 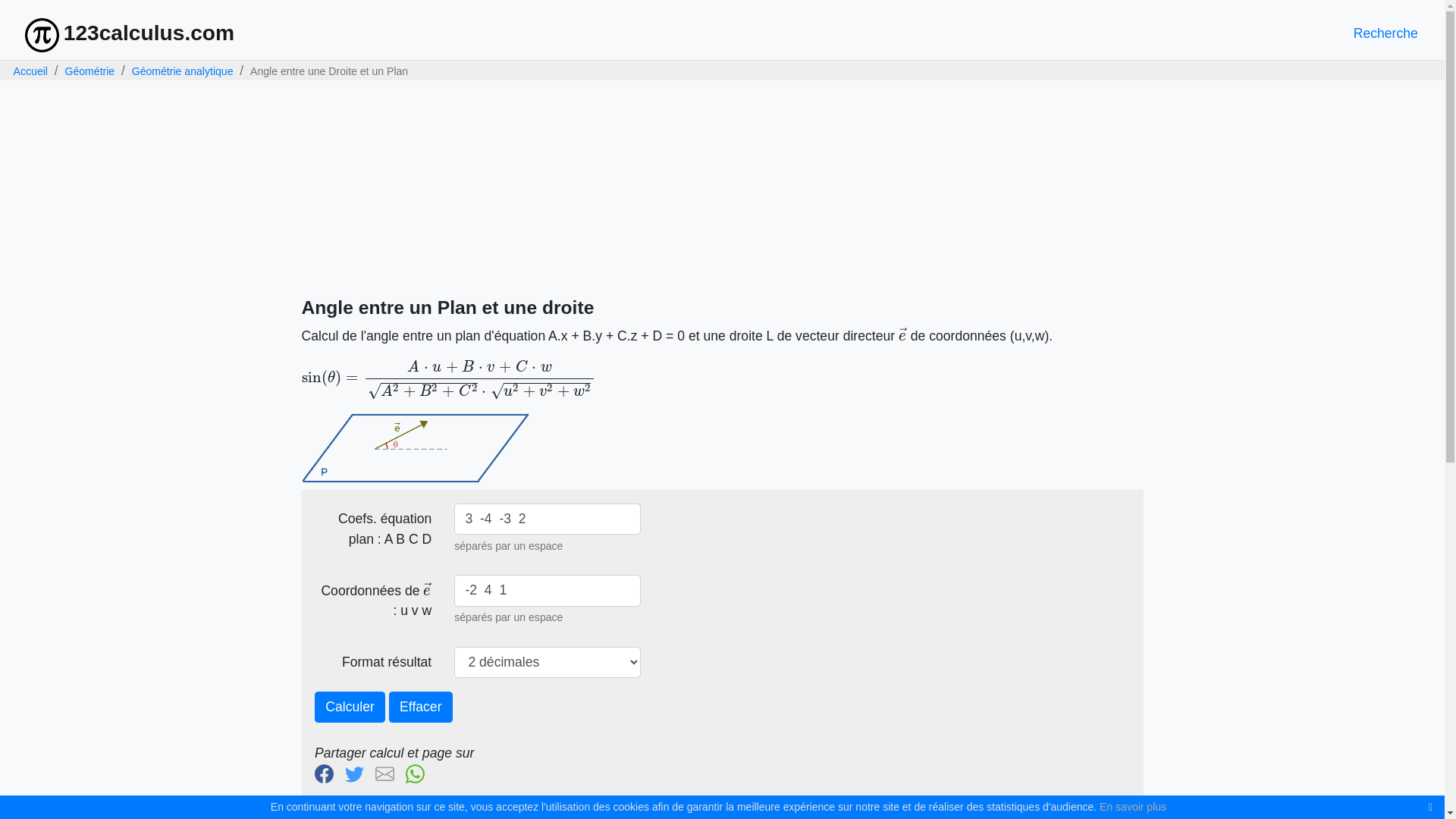 I want to click on 'Partager sur Whatsapp', so click(x=405, y=772).